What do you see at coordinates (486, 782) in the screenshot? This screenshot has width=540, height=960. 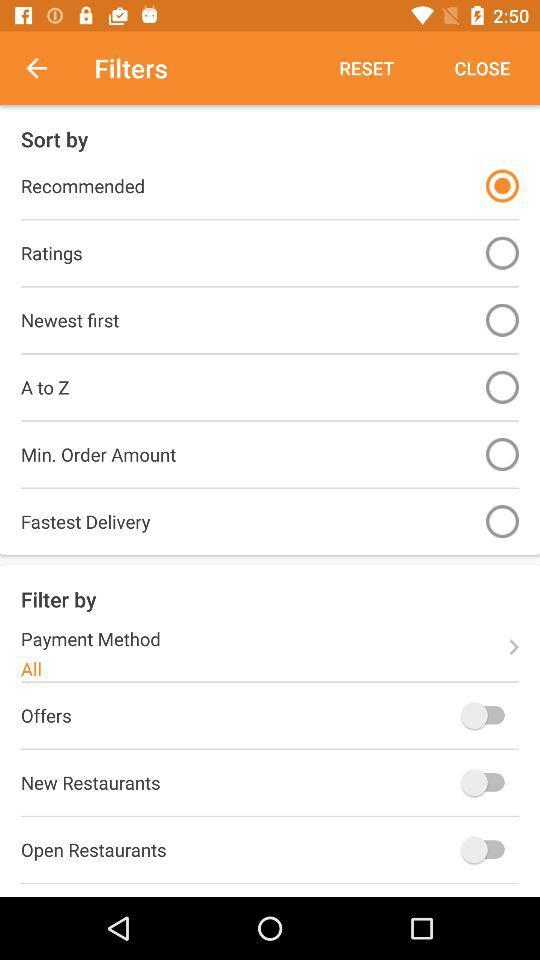 I see `turn on new restaurants` at bounding box center [486, 782].